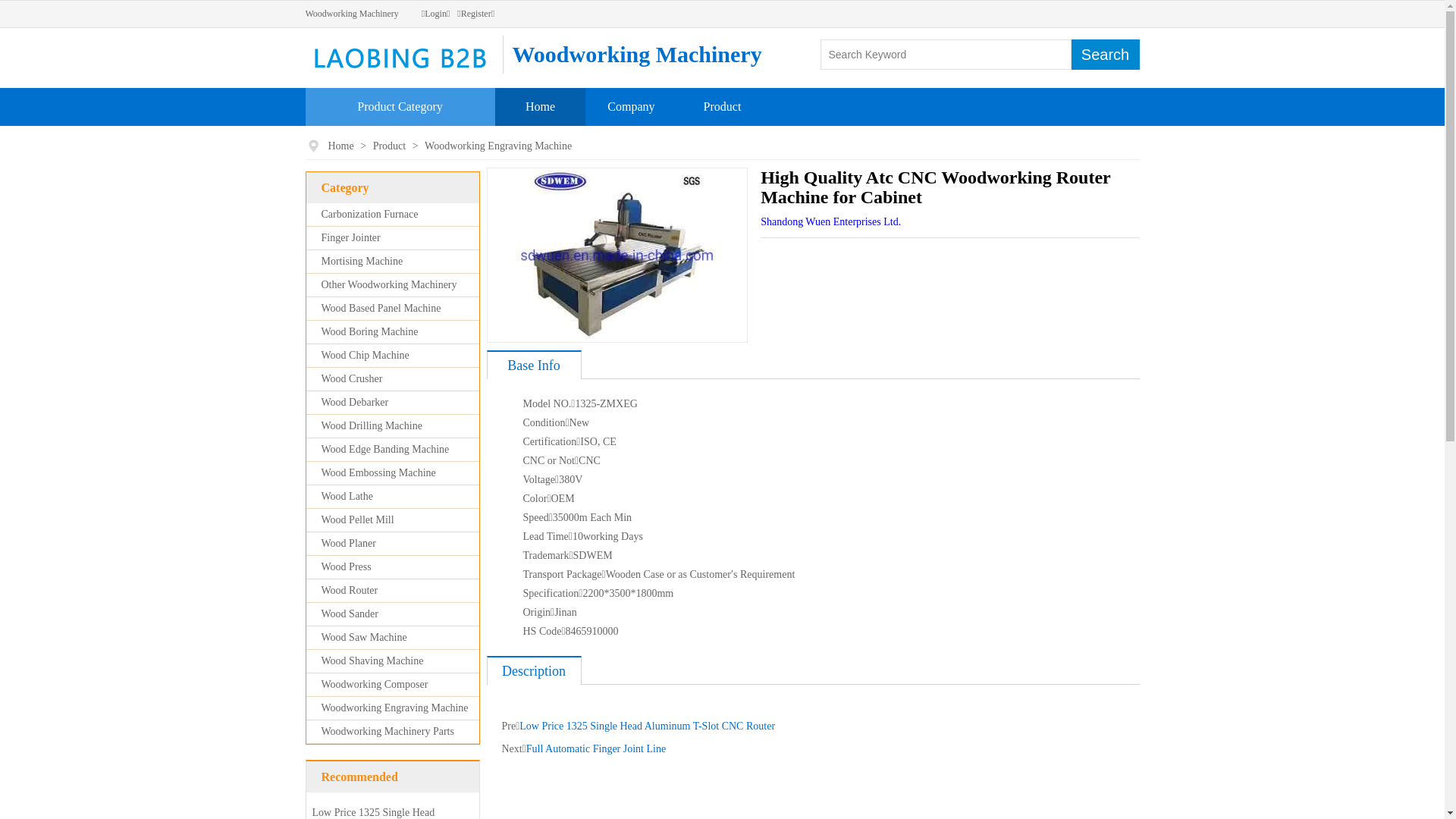 The image size is (1456, 819). What do you see at coordinates (320, 519) in the screenshot?
I see `'Wood Pellet Mill'` at bounding box center [320, 519].